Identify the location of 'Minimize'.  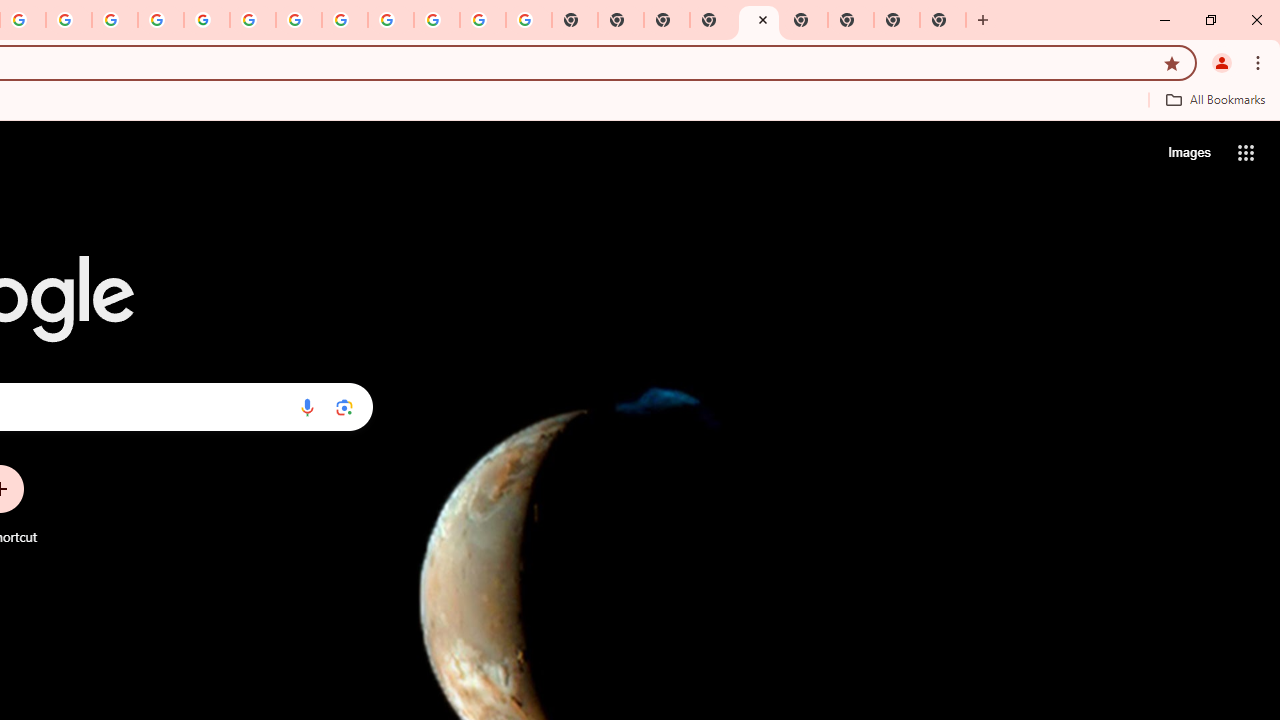
(1165, 20).